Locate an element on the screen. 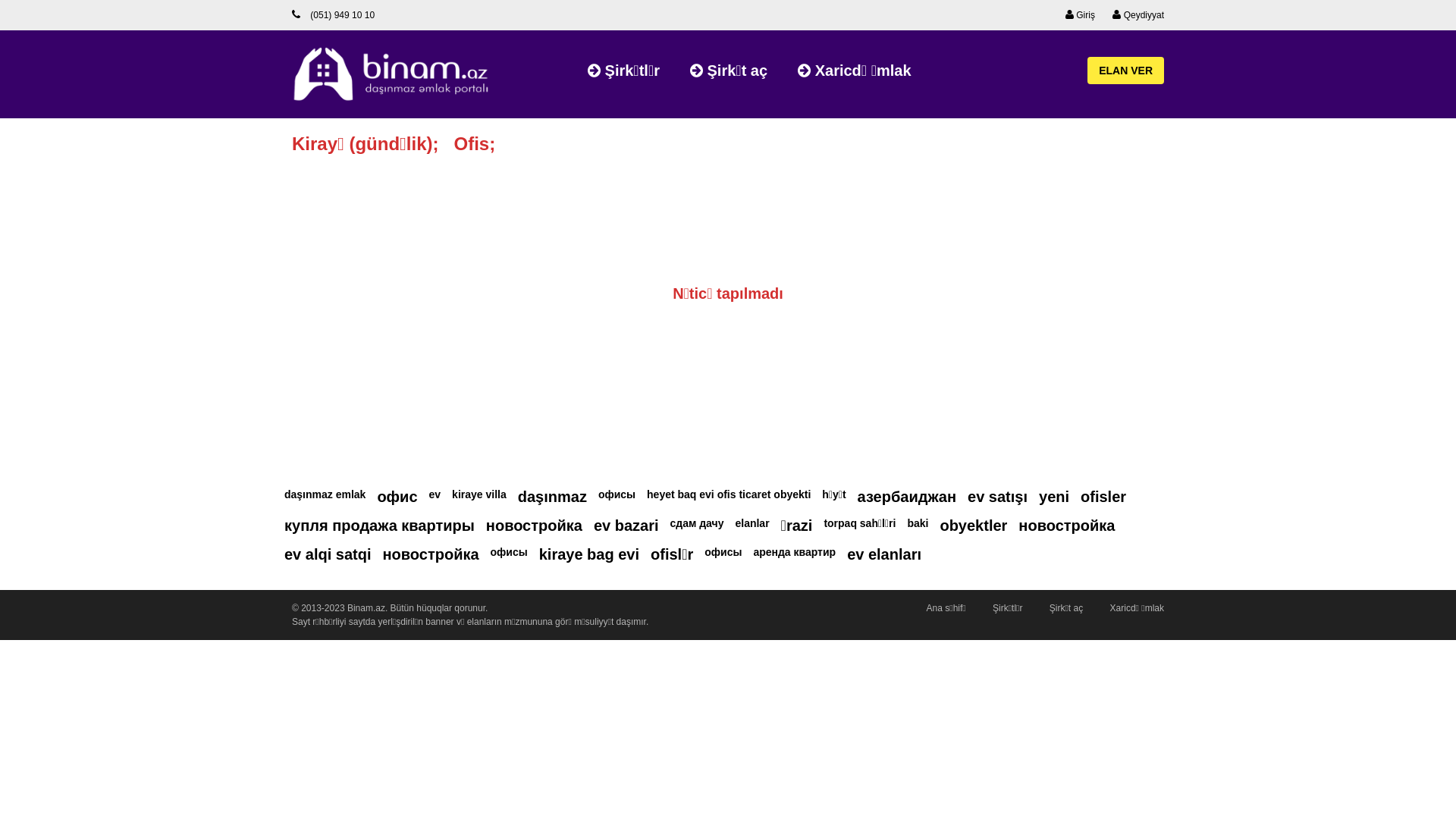  'kiraye bag evi' is located at coordinates (588, 554).